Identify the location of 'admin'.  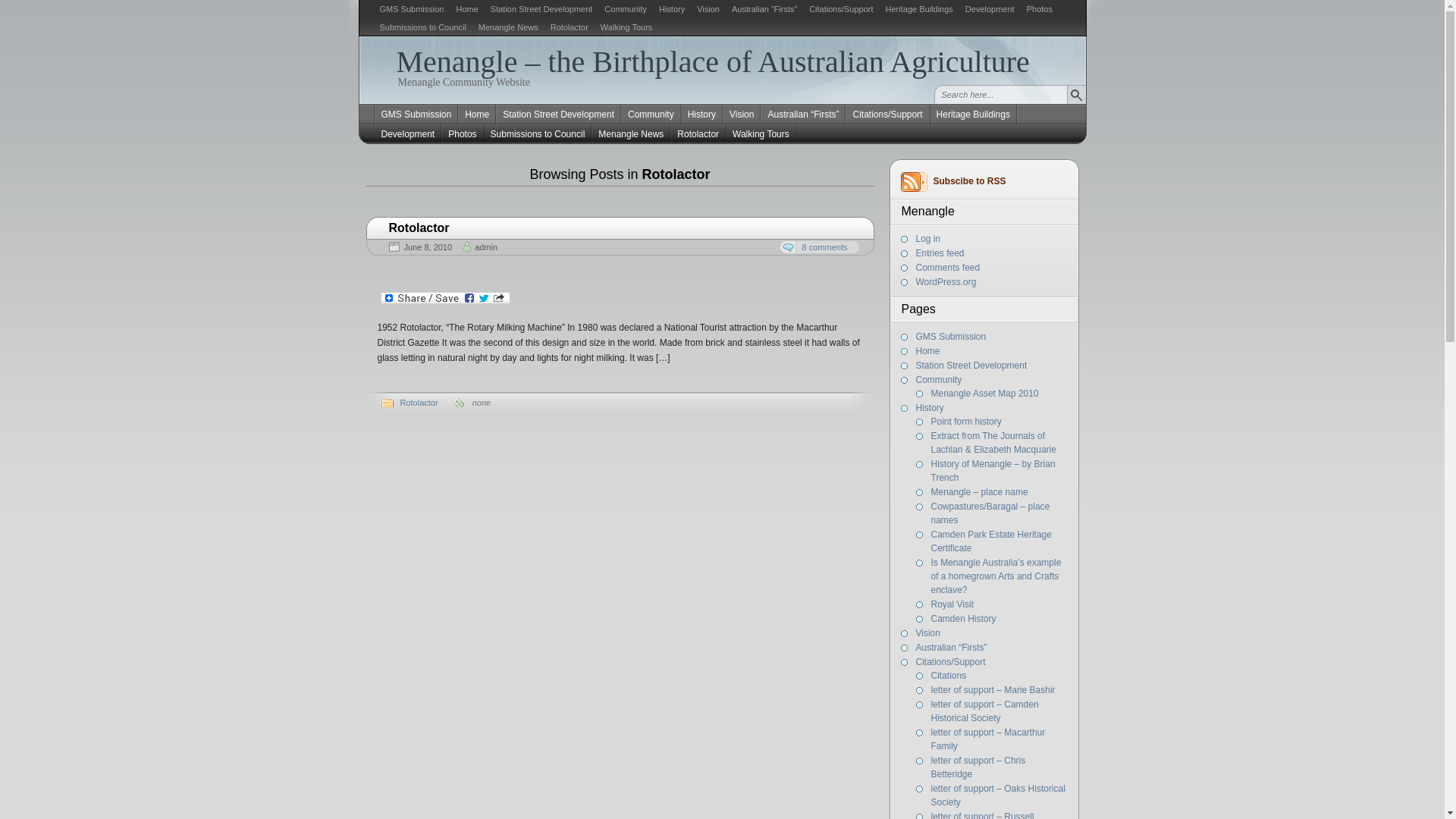
(486, 246).